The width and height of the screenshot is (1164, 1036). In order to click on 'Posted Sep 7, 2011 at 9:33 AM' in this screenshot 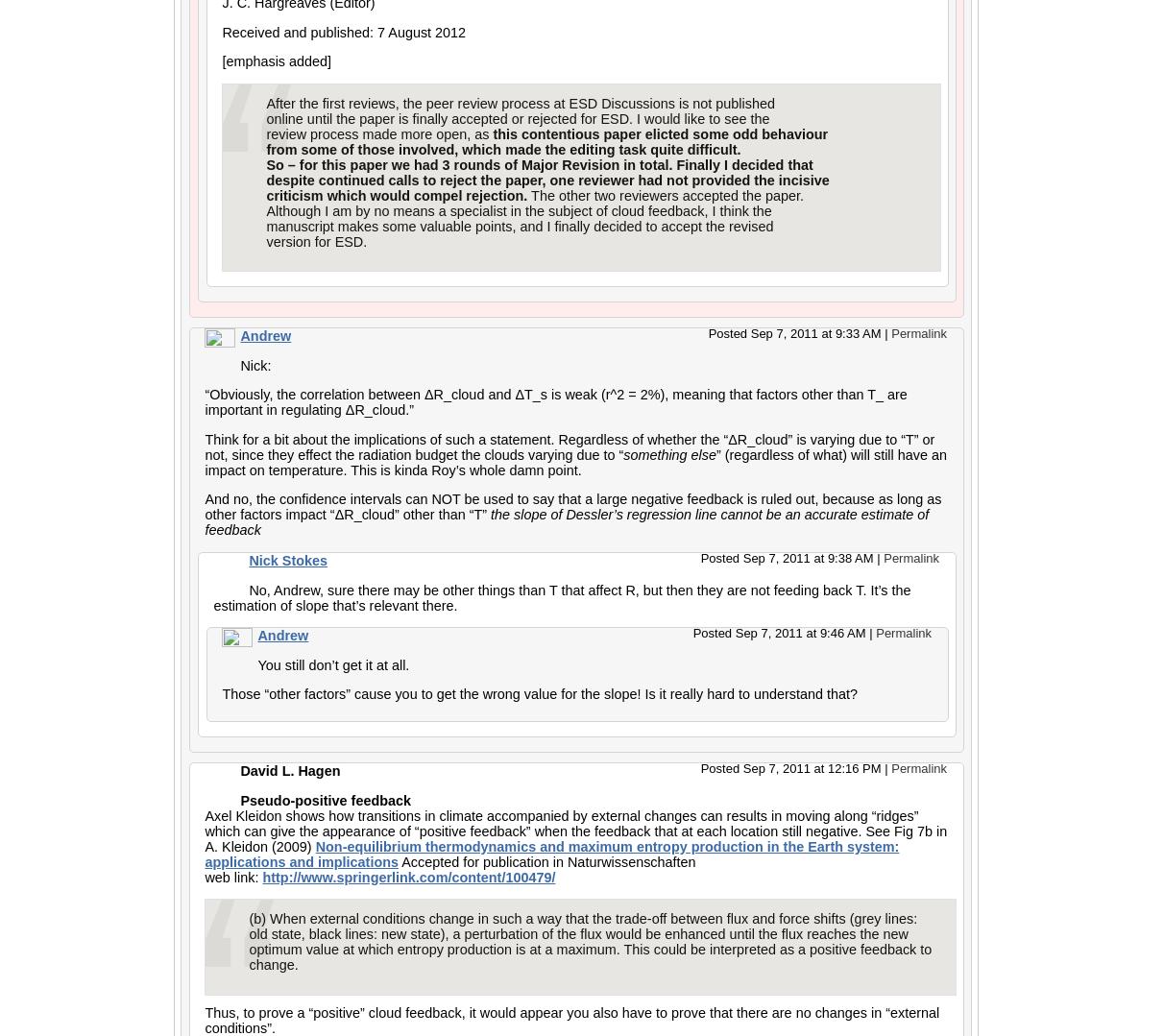, I will do `click(795, 333)`.